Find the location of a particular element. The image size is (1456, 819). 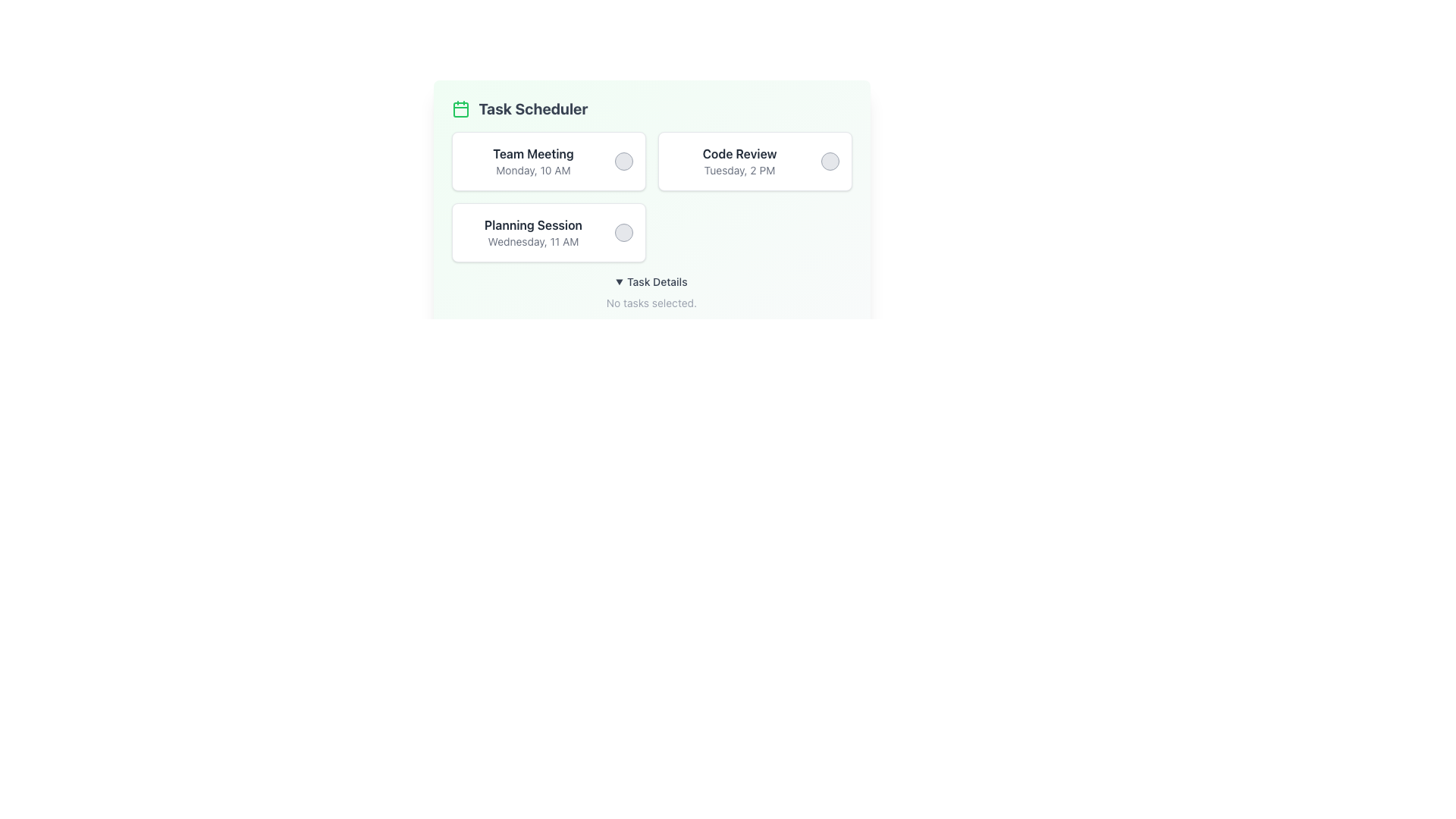

the label that represents a meeting item, located at the top-left corner of the light-colored panel within a card layout is located at coordinates (533, 161).